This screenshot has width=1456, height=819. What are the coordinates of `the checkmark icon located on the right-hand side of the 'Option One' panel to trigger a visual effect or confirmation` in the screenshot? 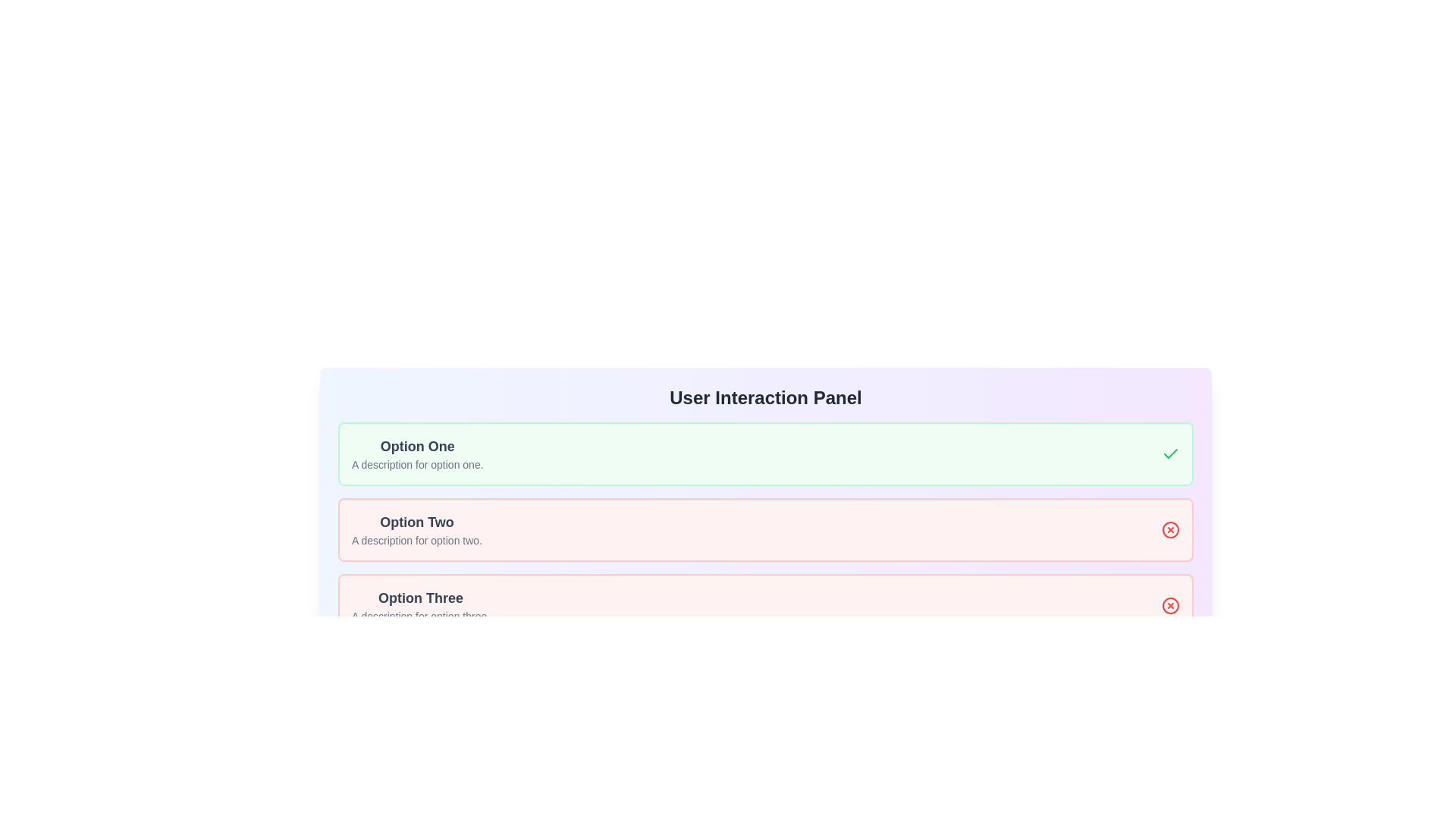 It's located at (1170, 452).